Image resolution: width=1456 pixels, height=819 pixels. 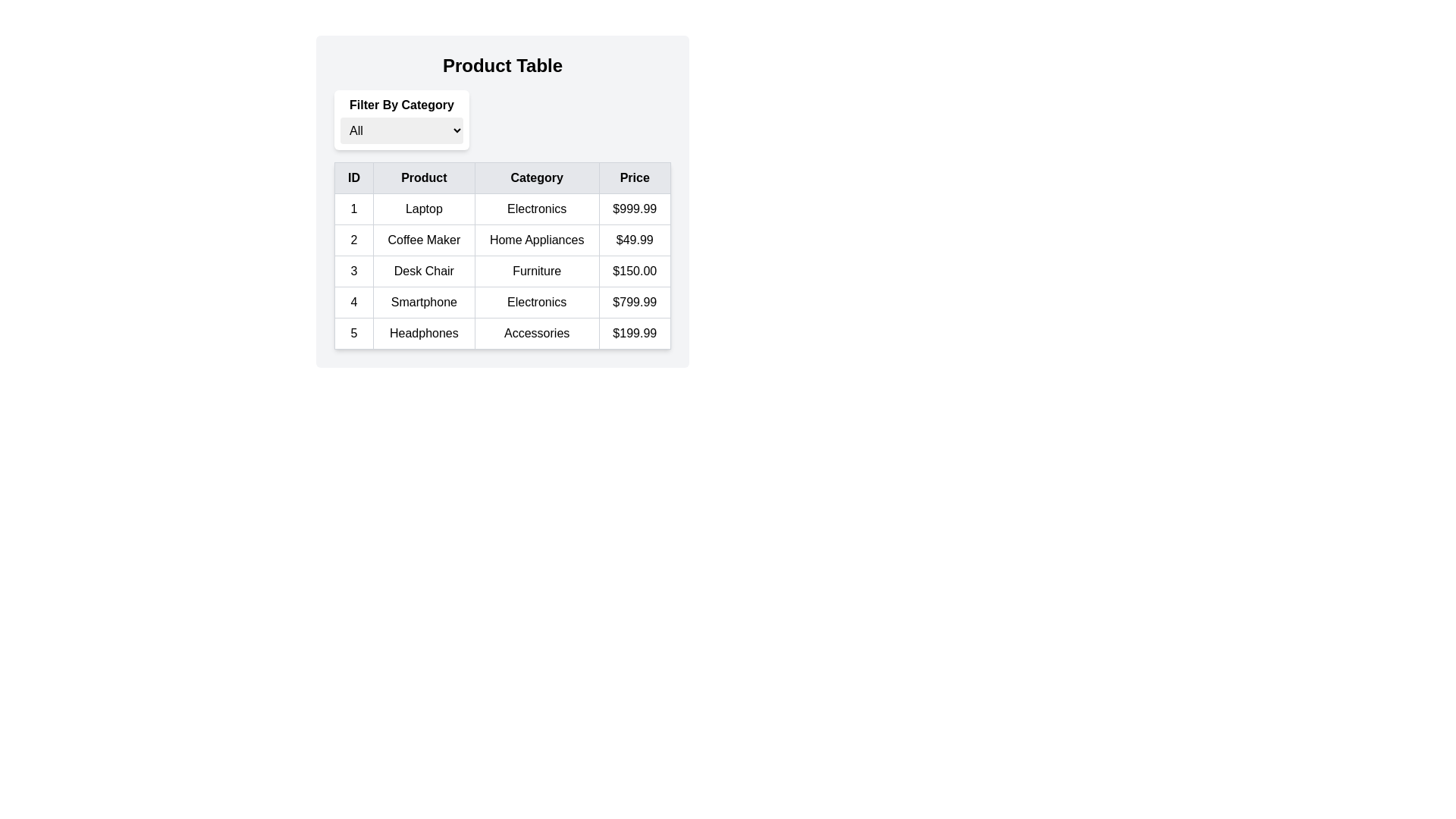 I want to click on the fourth row in the product table, which displays the product ID, name, category, and price, to focus on the row, so click(x=502, y=302).